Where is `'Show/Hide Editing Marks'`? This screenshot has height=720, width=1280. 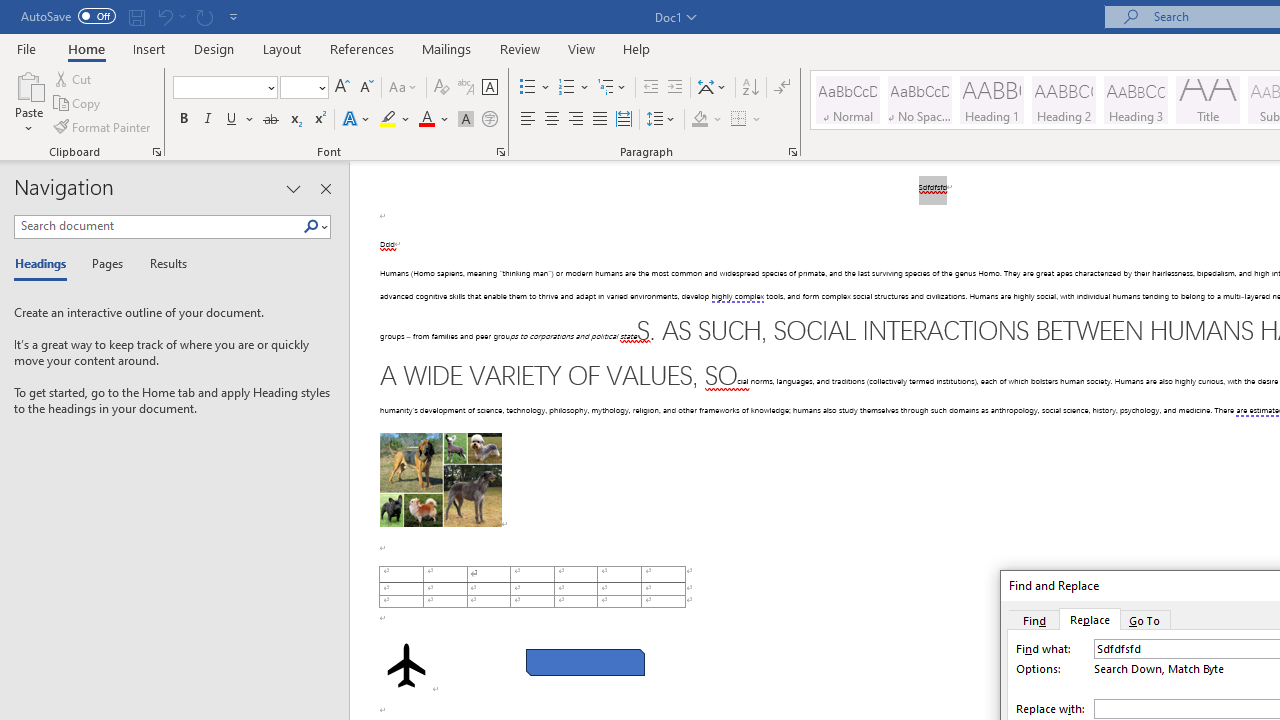 'Show/Hide Editing Marks' is located at coordinates (781, 86).